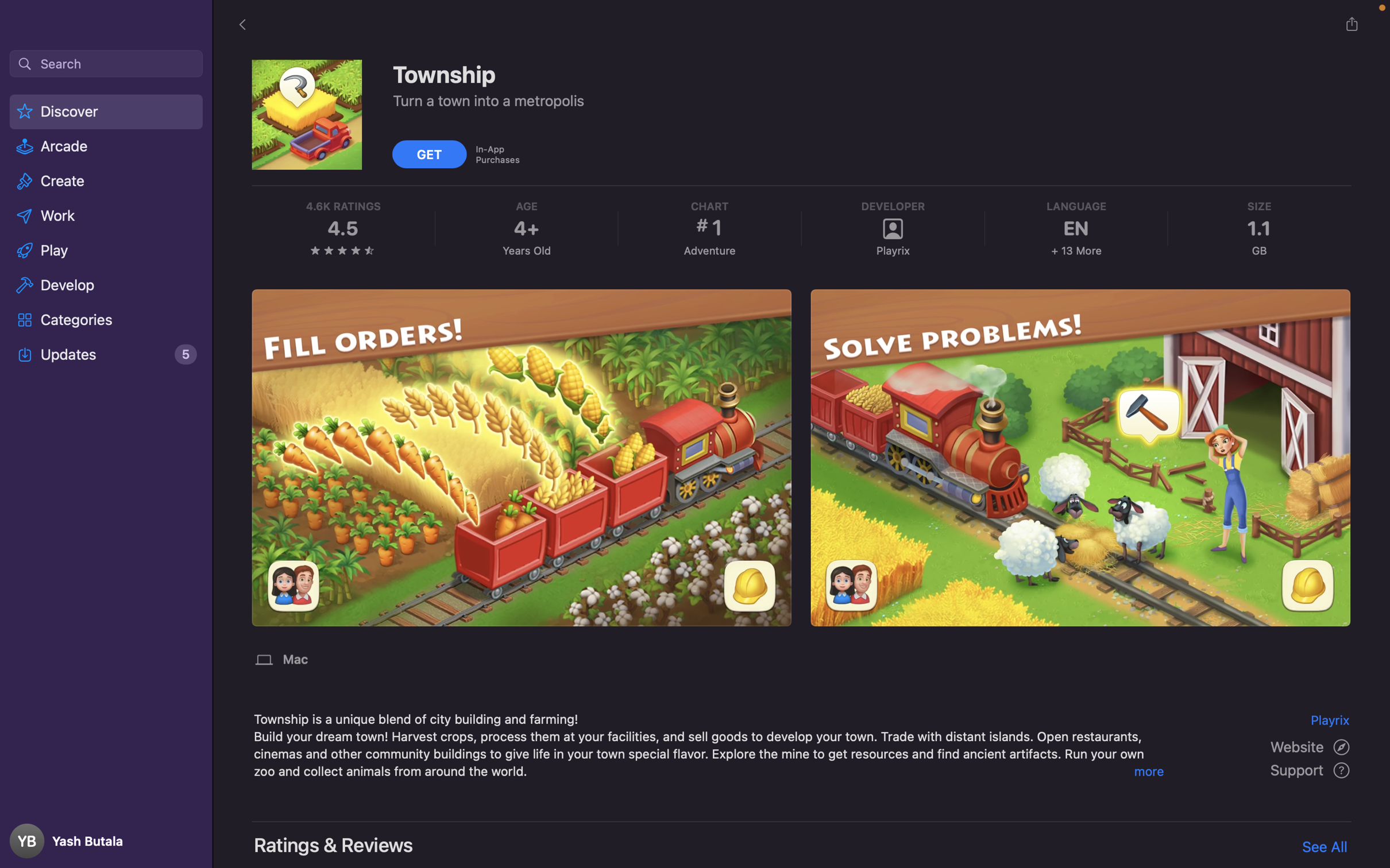 The height and width of the screenshot is (868, 1390). What do you see at coordinates (1311, 770) in the screenshot?
I see `the "Support" button, click on it, then choose the "Contact Us" option to reach out to customer service` at bounding box center [1311, 770].